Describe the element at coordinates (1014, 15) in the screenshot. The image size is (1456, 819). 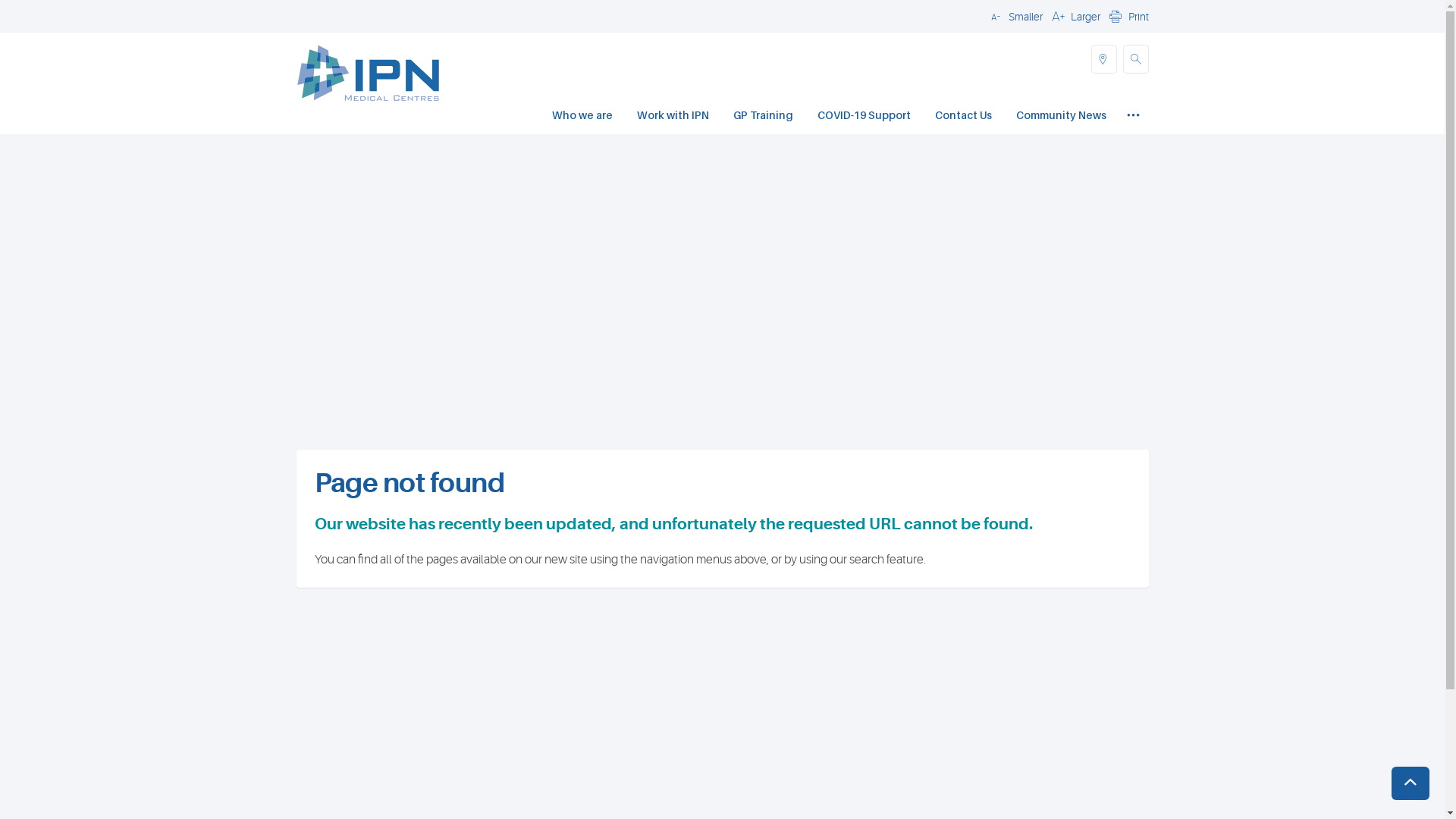
I see `'Smaller'` at that location.